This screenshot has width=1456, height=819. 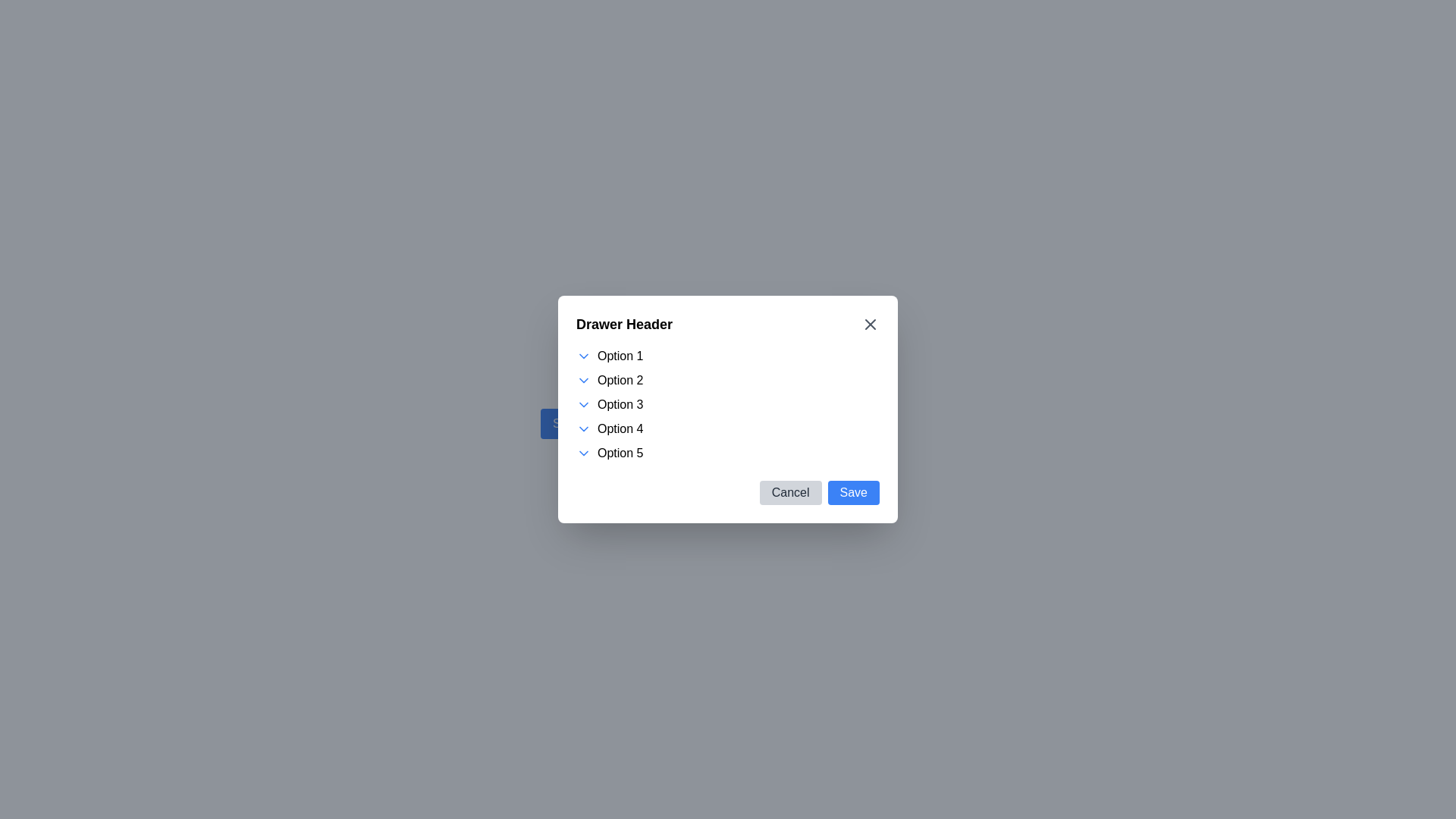 I want to click on the selectable list item labeled 'Option 4' located in the modal window to navigate through list items, so click(x=728, y=429).